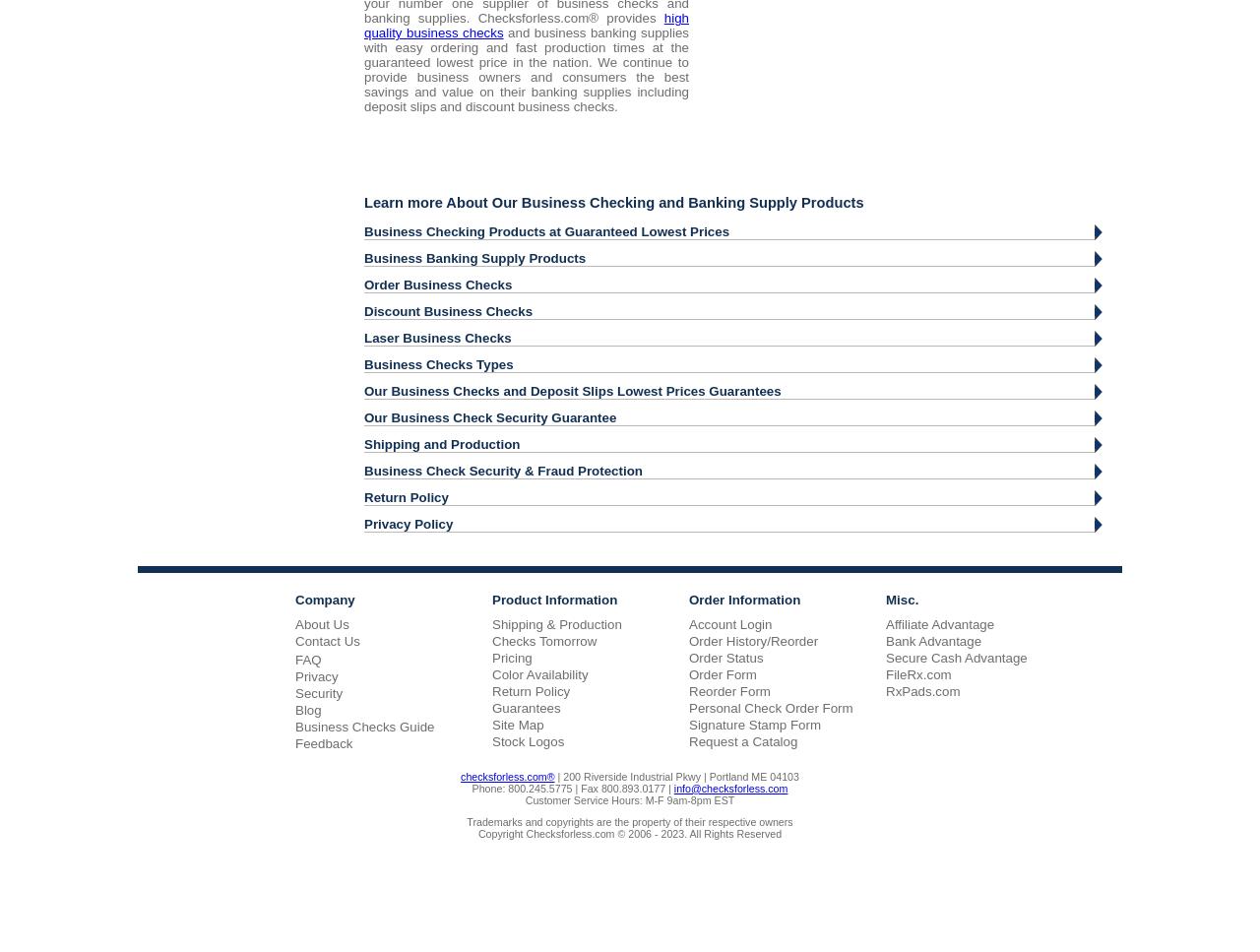 The image size is (1260, 952). I want to click on 'Our Business Check Security Guarantee', so click(490, 415).